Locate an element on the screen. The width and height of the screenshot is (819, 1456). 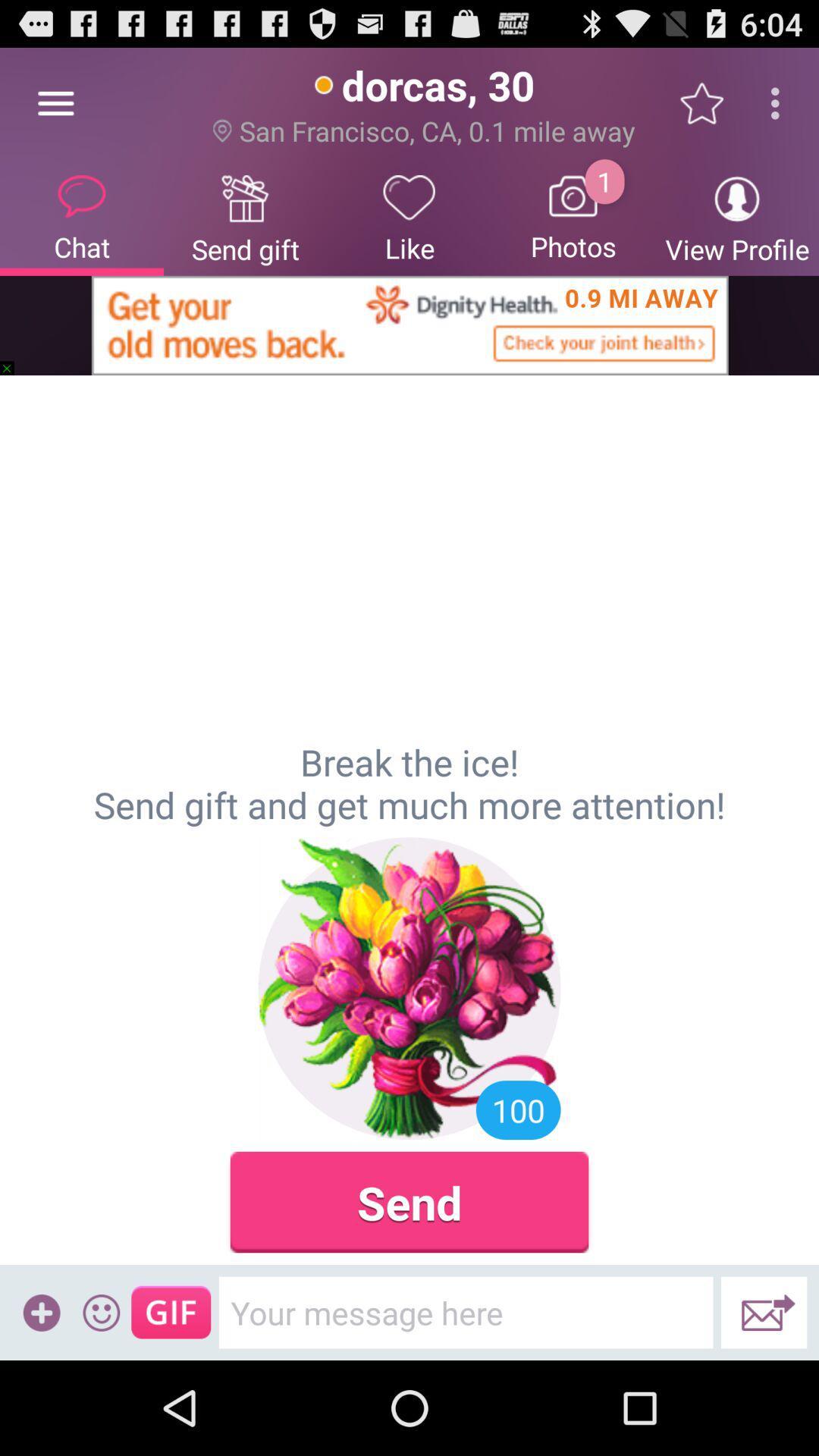
item next to send gift icon is located at coordinates (55, 102).